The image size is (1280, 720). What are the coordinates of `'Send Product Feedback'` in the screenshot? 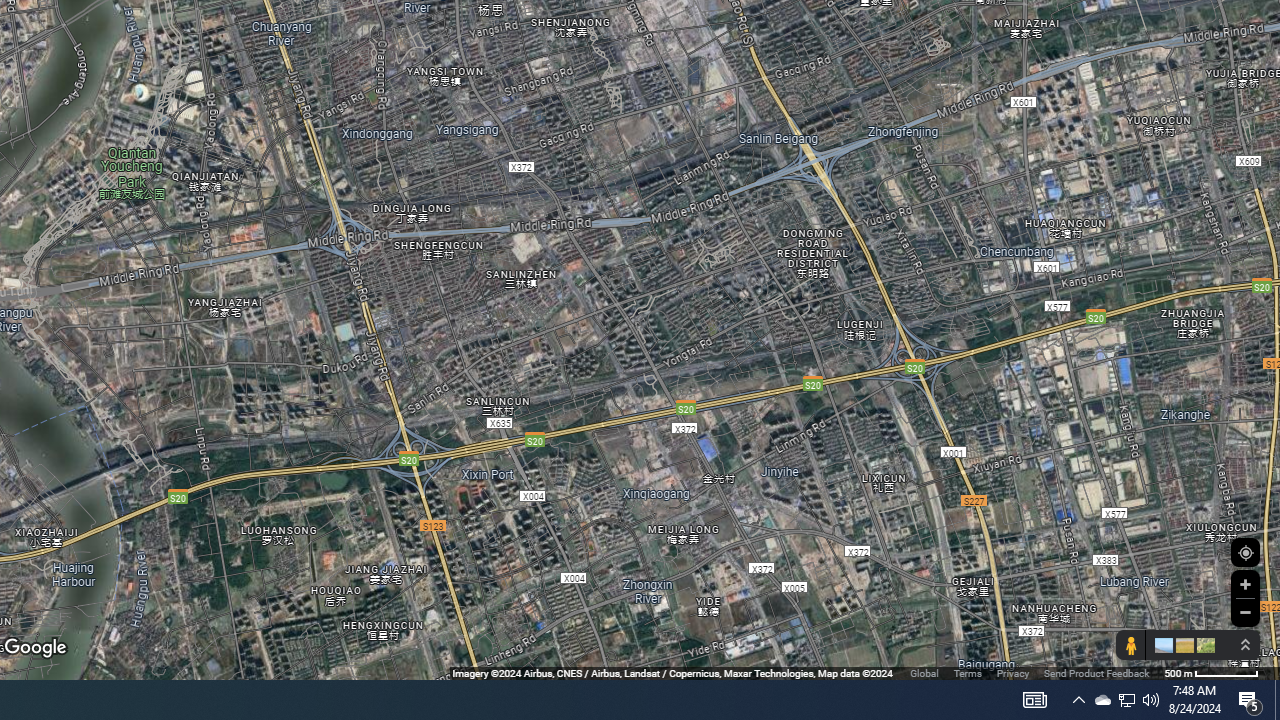 It's located at (1095, 673).